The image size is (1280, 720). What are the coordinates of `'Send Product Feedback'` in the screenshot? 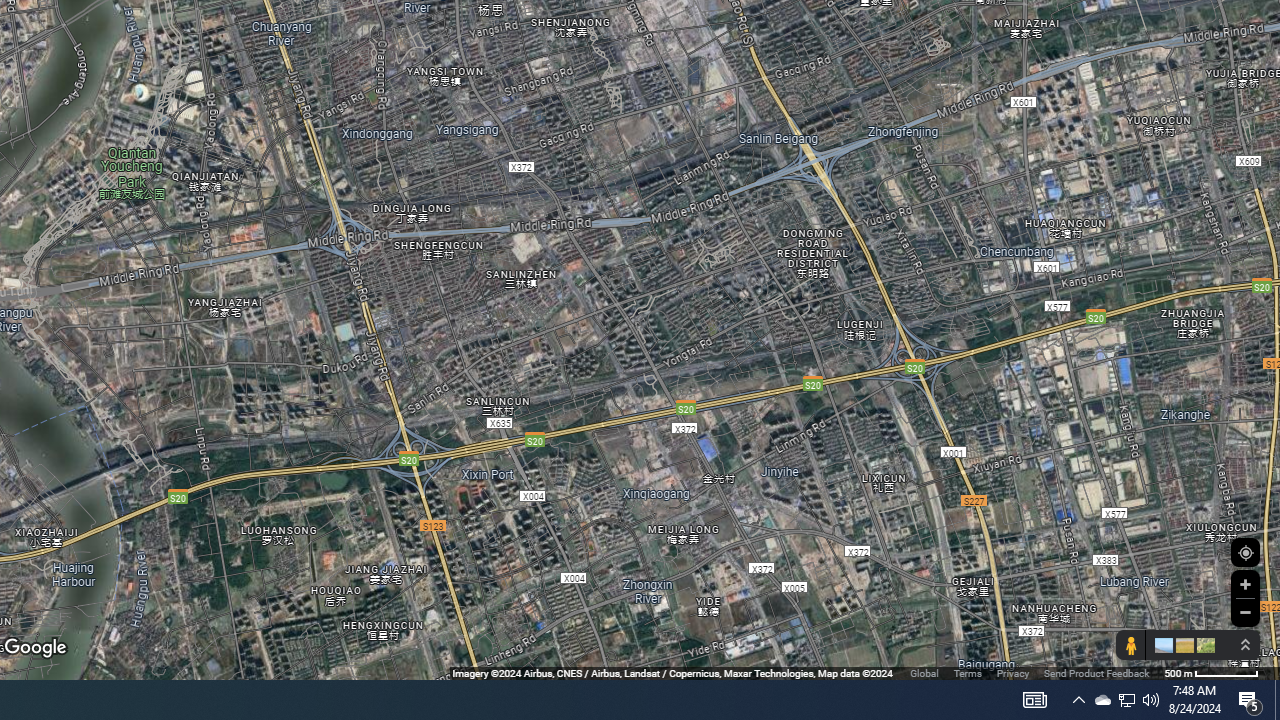 It's located at (1095, 673).